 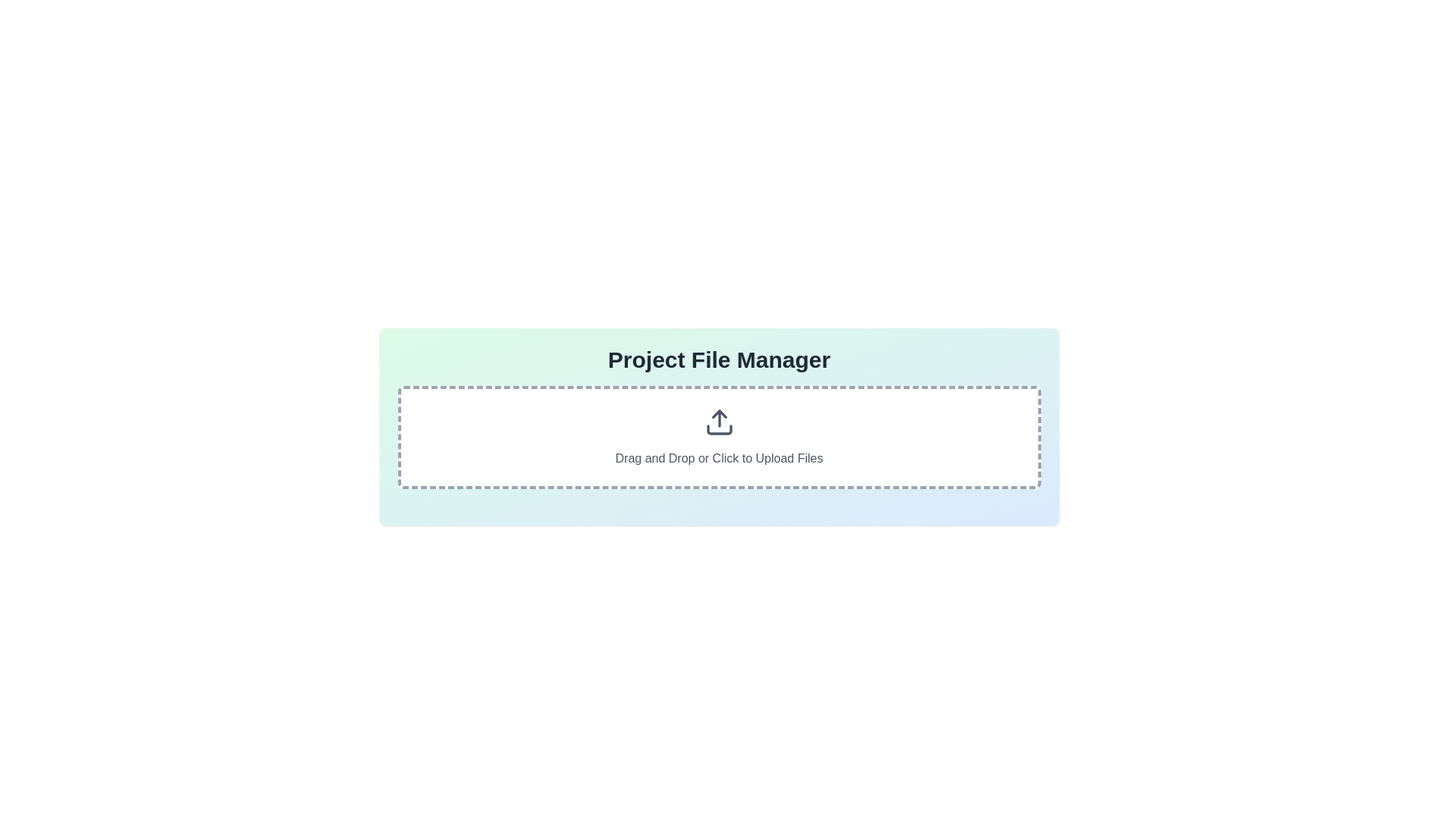 I want to click on the decorative horizontal rectangular bar located at the bottom of the upload icon within the file upload area, so click(x=718, y=430).